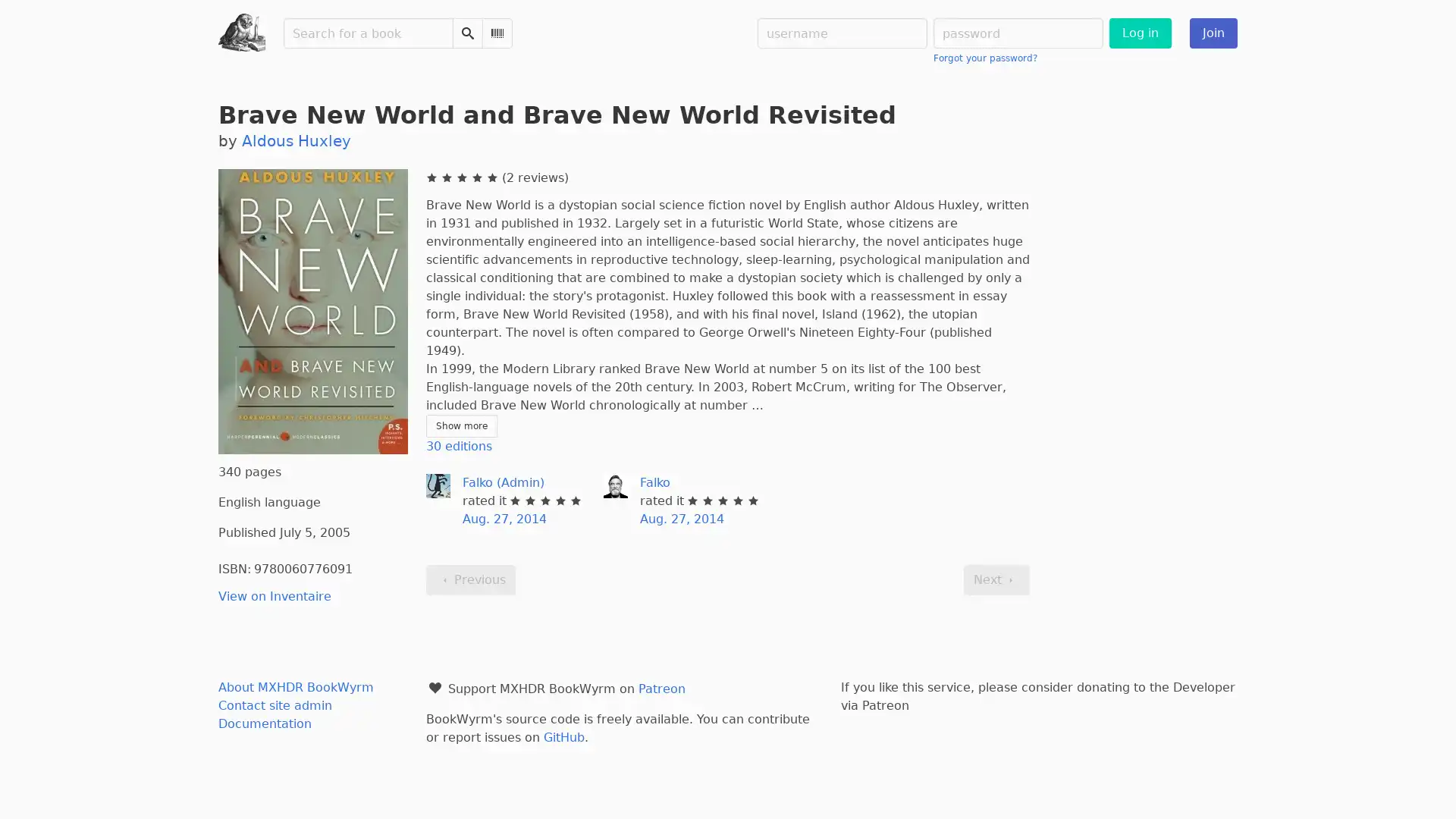 The height and width of the screenshot is (819, 1456). Describe the element at coordinates (312, 310) in the screenshot. I see `Brave New World and Brave New World Revisited (2005) Click to enlarge` at that location.